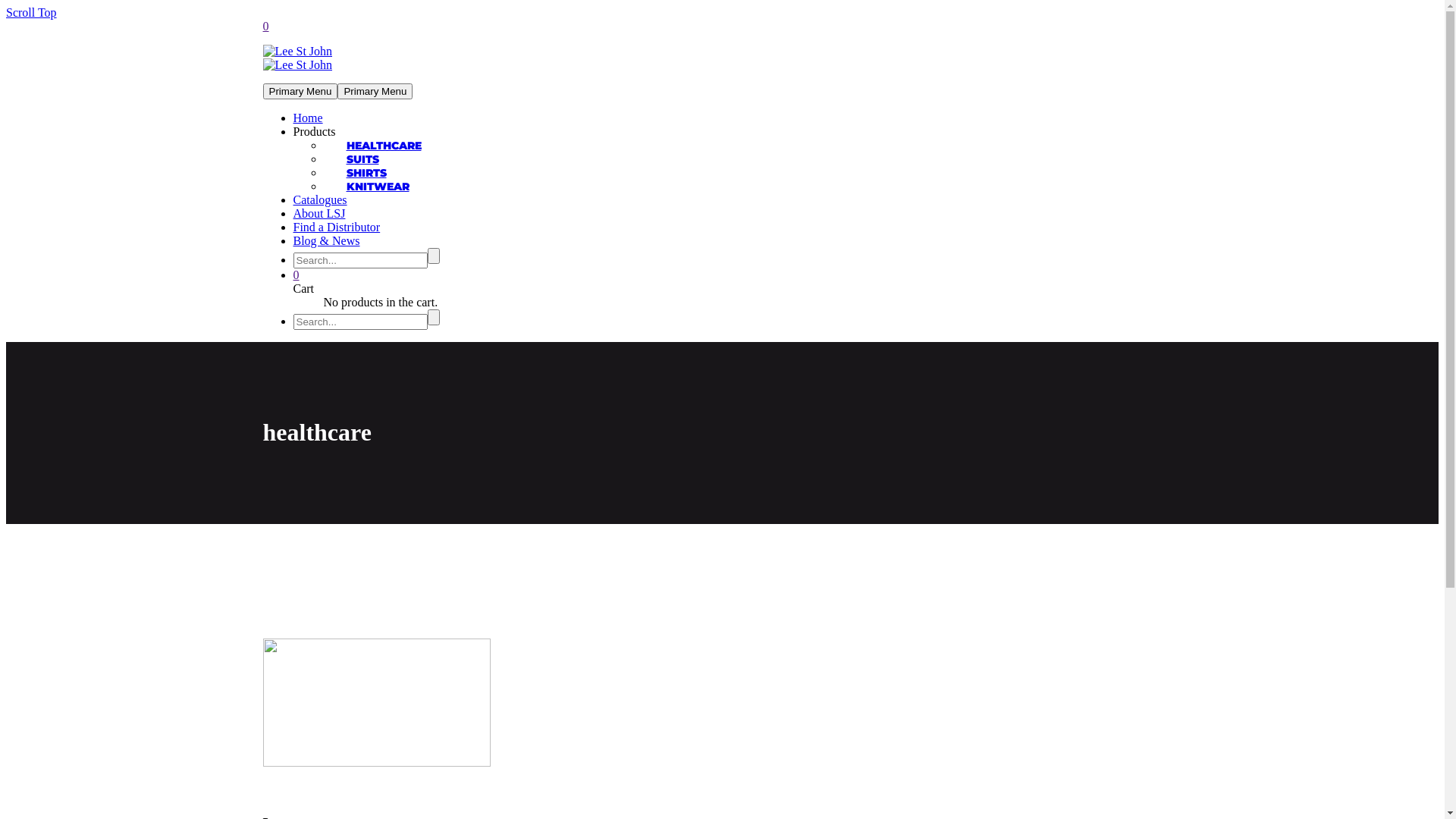 Image resolution: width=1456 pixels, height=819 pixels. What do you see at coordinates (383, 146) in the screenshot?
I see `'HEALTHCARE'` at bounding box center [383, 146].